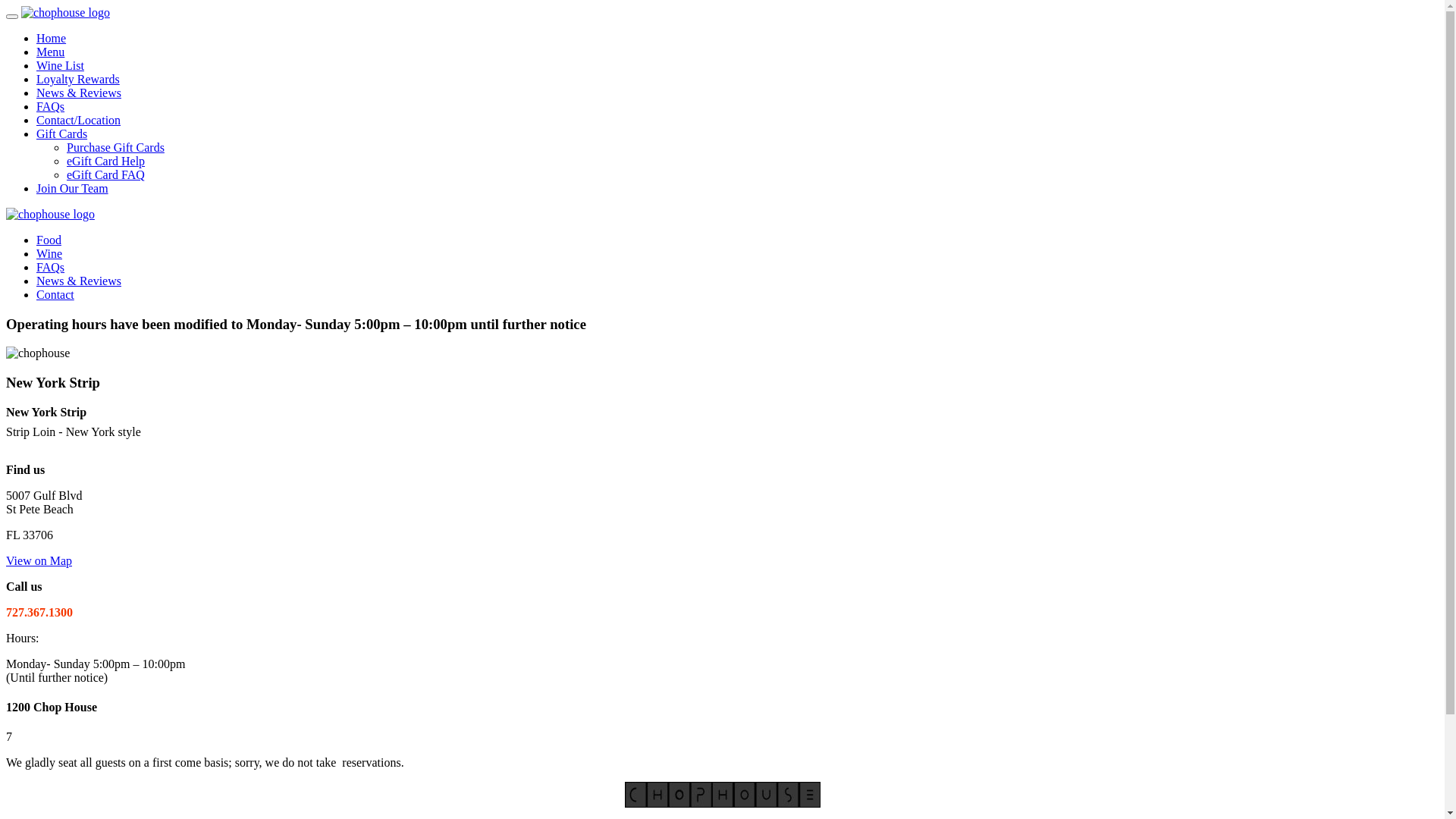 The image size is (1456, 819). Describe the element at coordinates (39, 560) in the screenshot. I see `'View on Map'` at that location.